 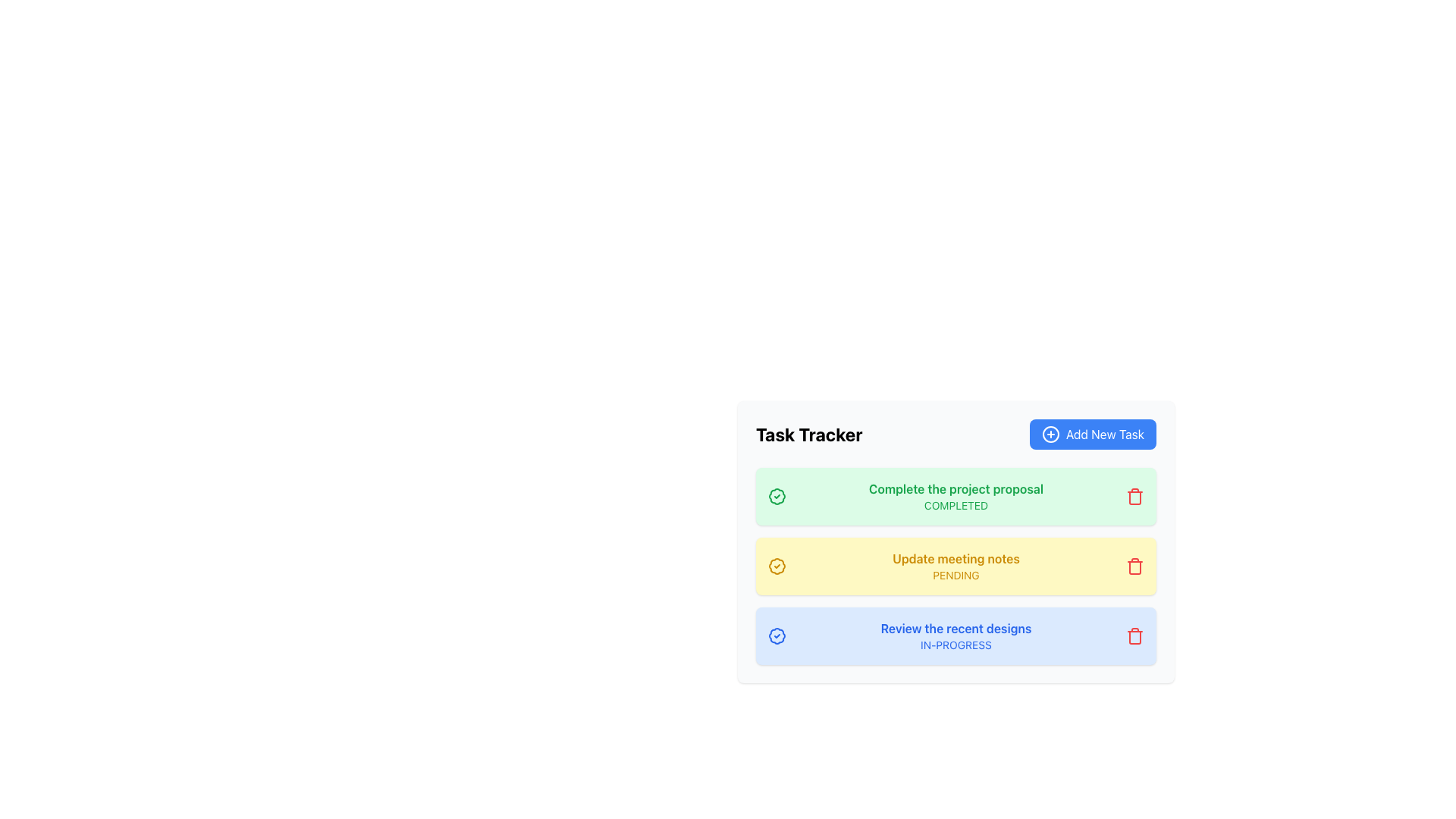 I want to click on the small green text label displaying 'COMPLETED' located within the green-highlighted rectangular area below the title 'Complete the project proposal', so click(x=955, y=506).